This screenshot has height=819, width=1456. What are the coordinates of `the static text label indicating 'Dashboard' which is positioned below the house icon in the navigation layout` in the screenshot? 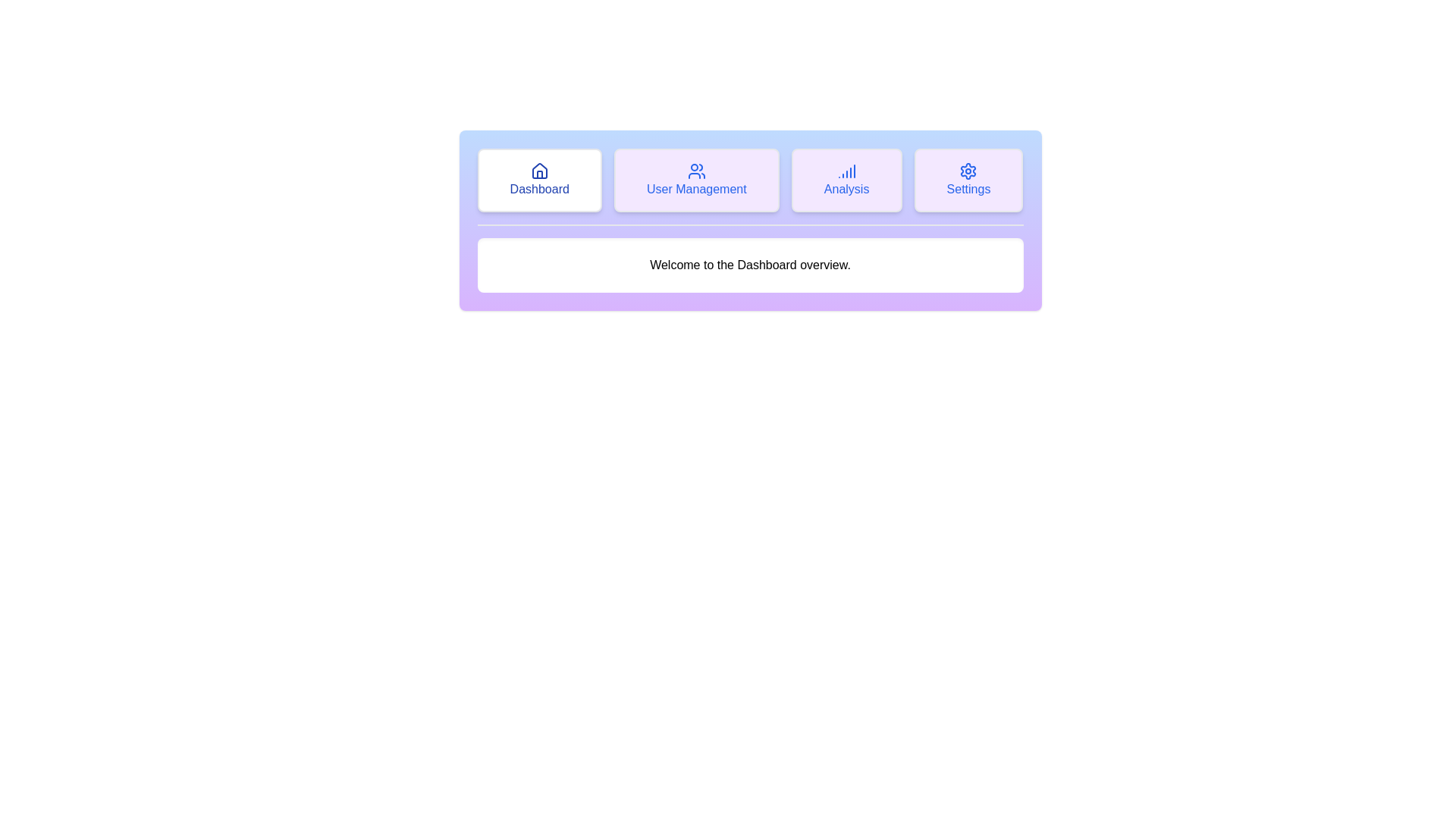 It's located at (539, 189).